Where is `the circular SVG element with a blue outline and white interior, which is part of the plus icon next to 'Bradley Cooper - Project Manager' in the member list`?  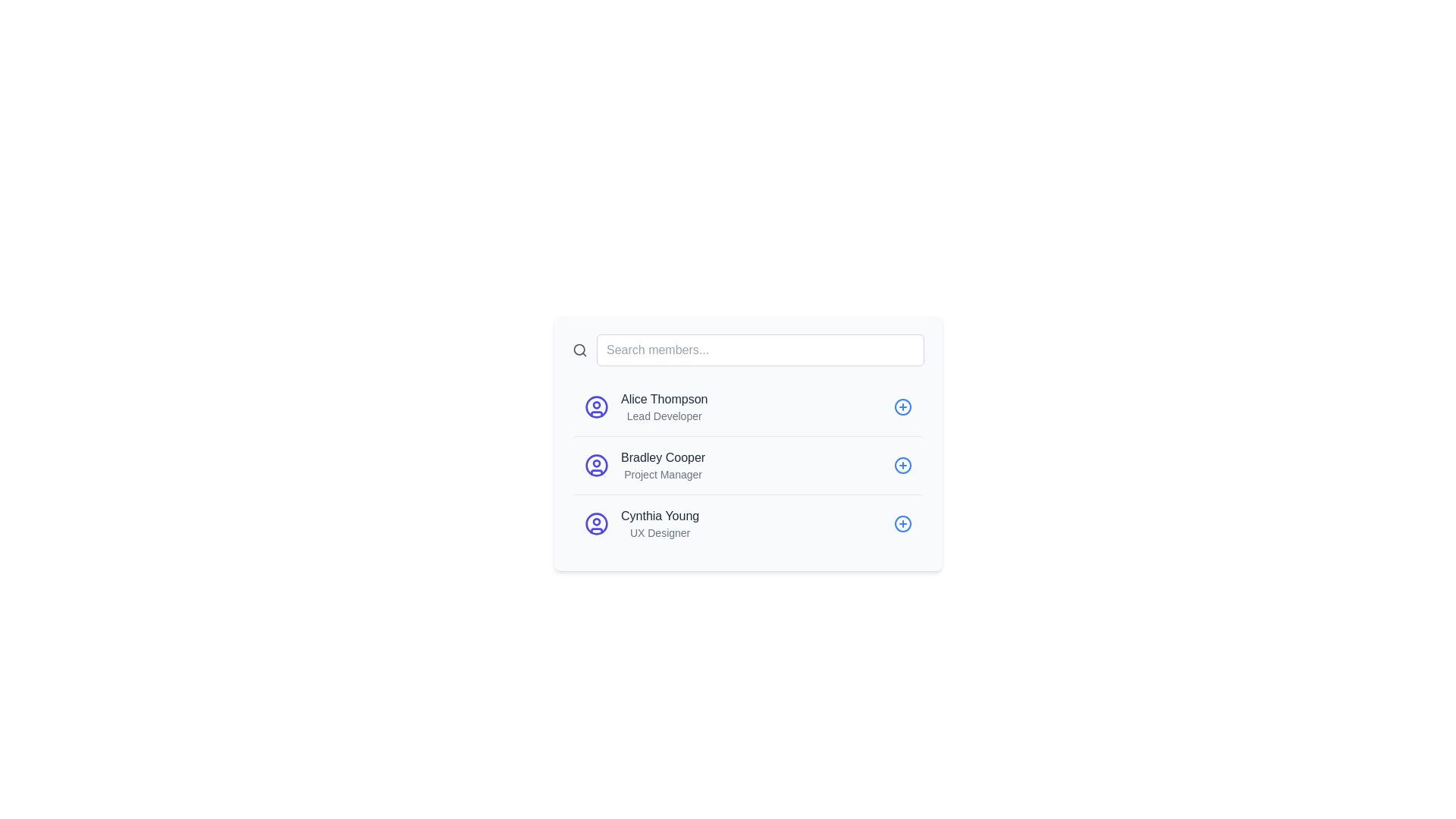
the circular SVG element with a blue outline and white interior, which is part of the plus icon next to 'Bradley Cooper - Project Manager' in the member list is located at coordinates (902, 464).